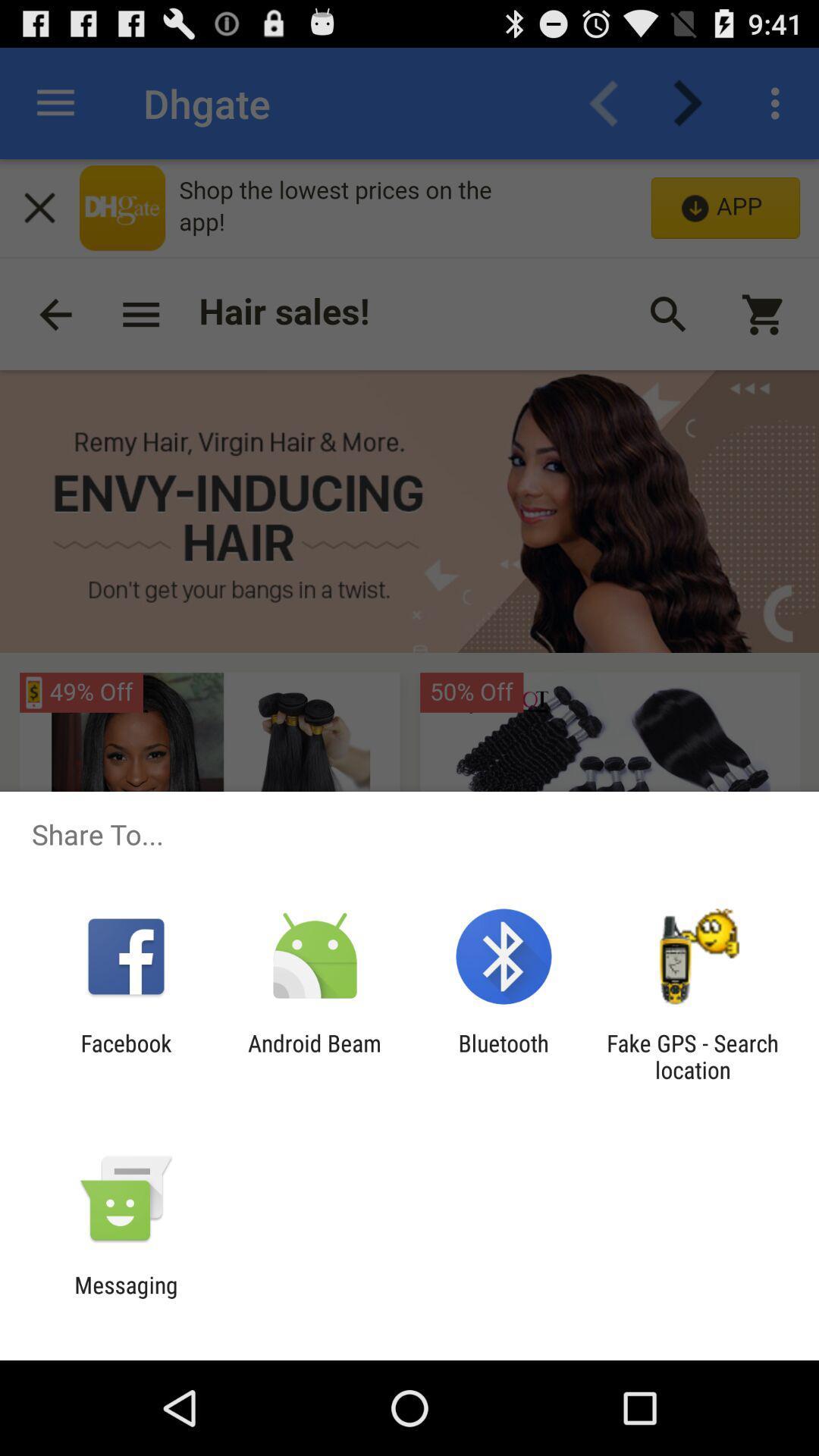  Describe the element at coordinates (504, 1056) in the screenshot. I see `app next to fake gps search` at that location.